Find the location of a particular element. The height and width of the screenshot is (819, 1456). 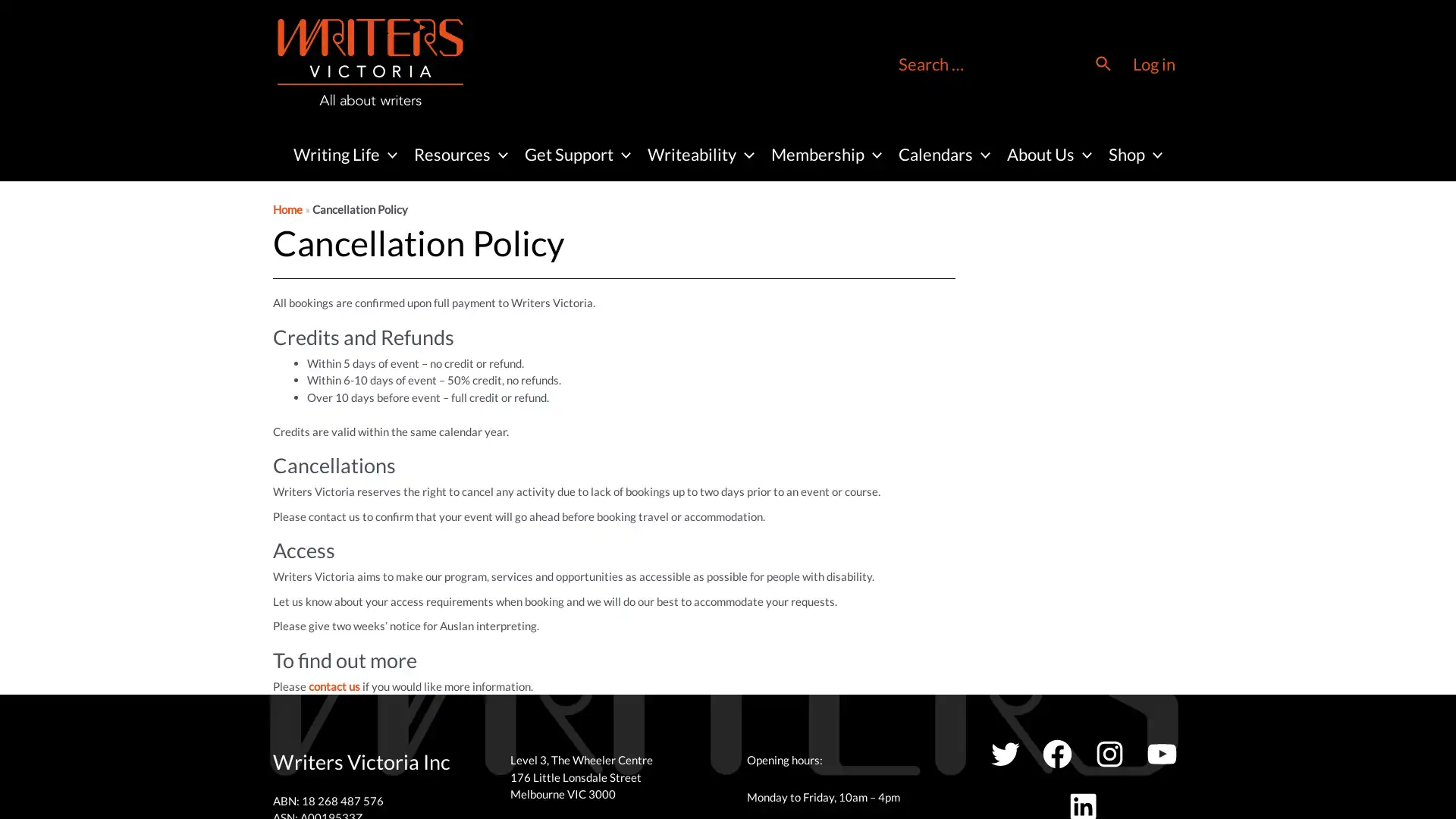

Search is located at coordinates (1103, 63).